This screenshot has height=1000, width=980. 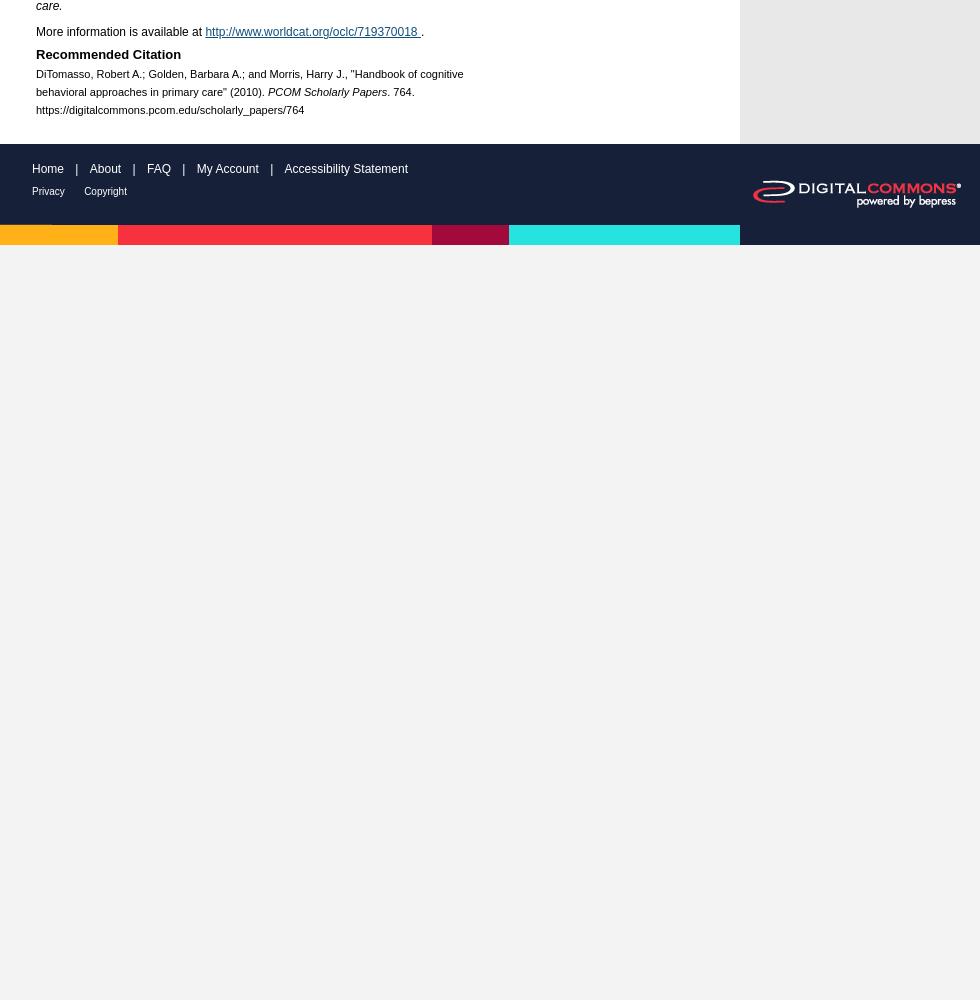 I want to click on 'Recommended Citation', so click(x=108, y=54).